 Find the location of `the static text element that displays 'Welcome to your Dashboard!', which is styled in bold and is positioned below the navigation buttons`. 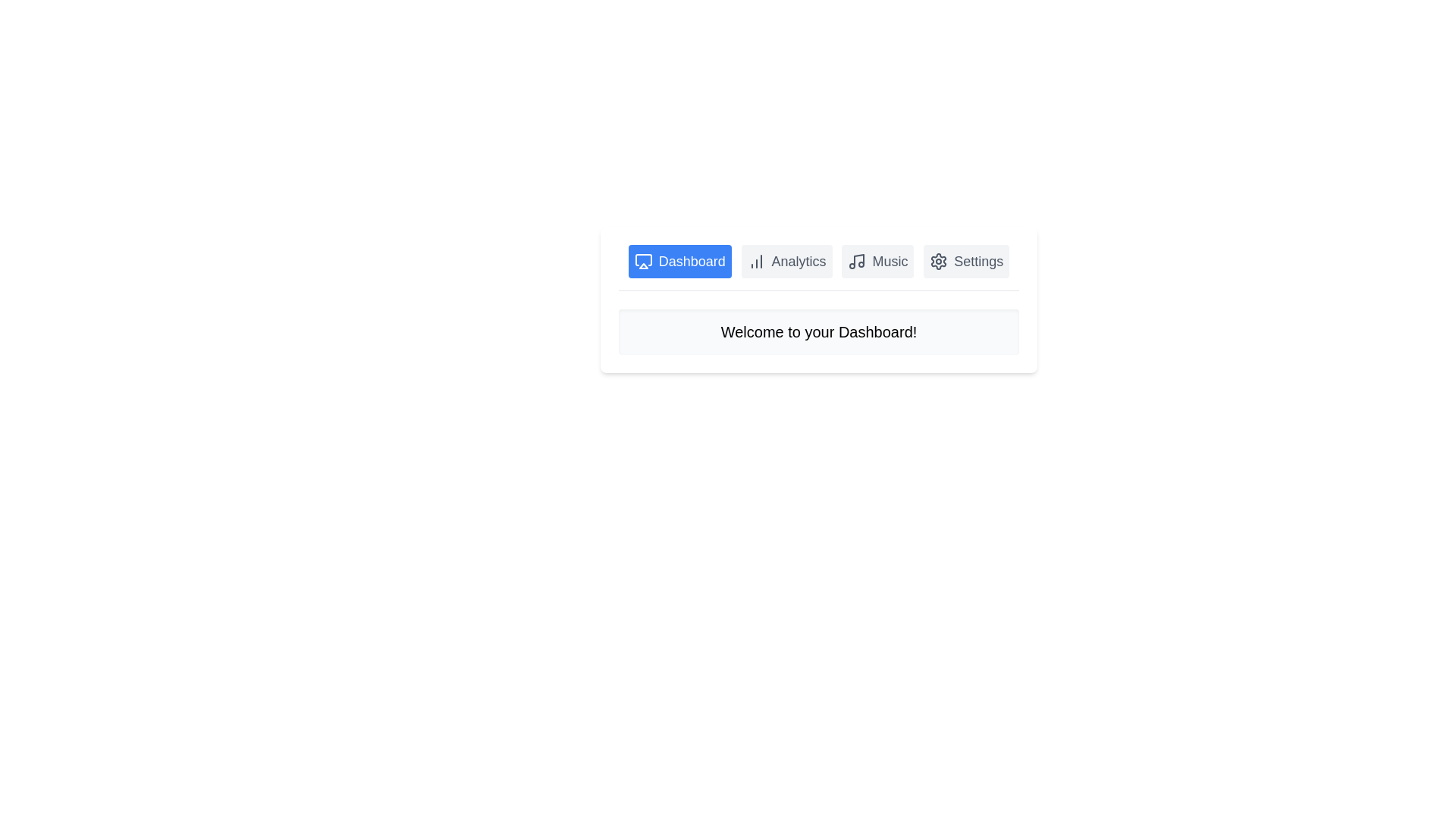

the static text element that displays 'Welcome to your Dashboard!', which is styled in bold and is positioned below the navigation buttons is located at coordinates (818, 331).